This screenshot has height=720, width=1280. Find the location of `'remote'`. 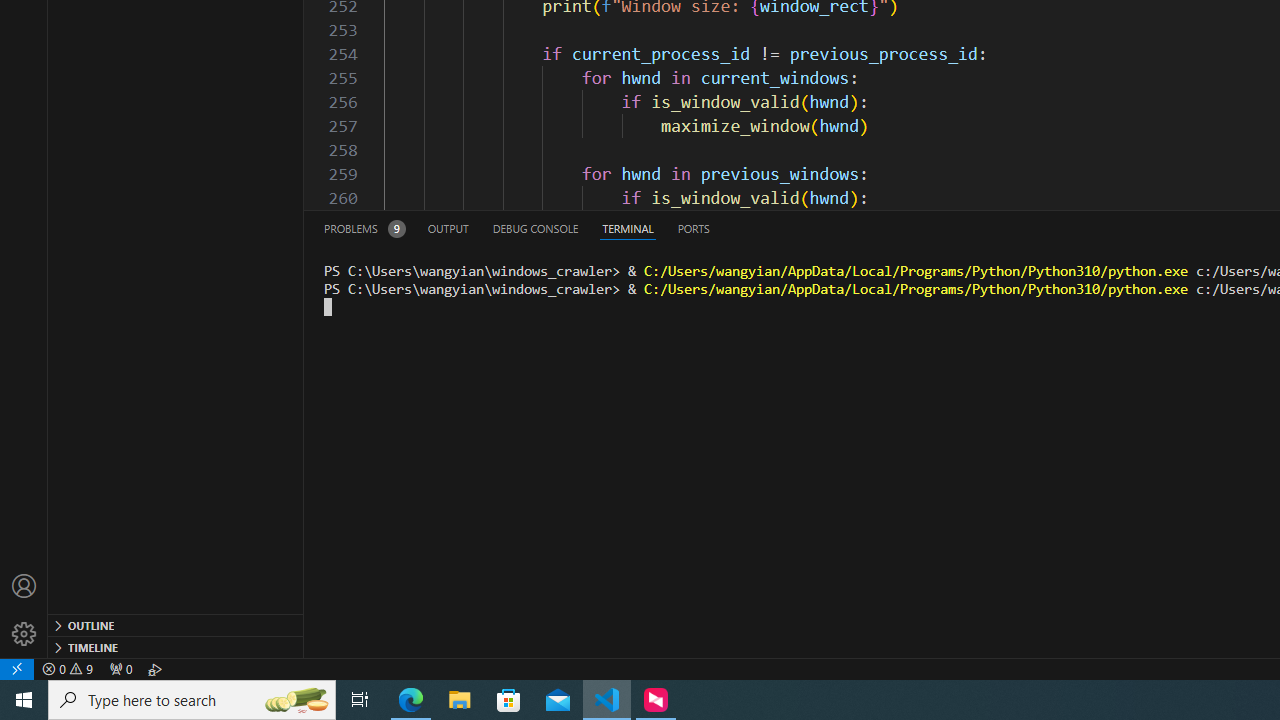

'remote' is located at coordinates (17, 668).